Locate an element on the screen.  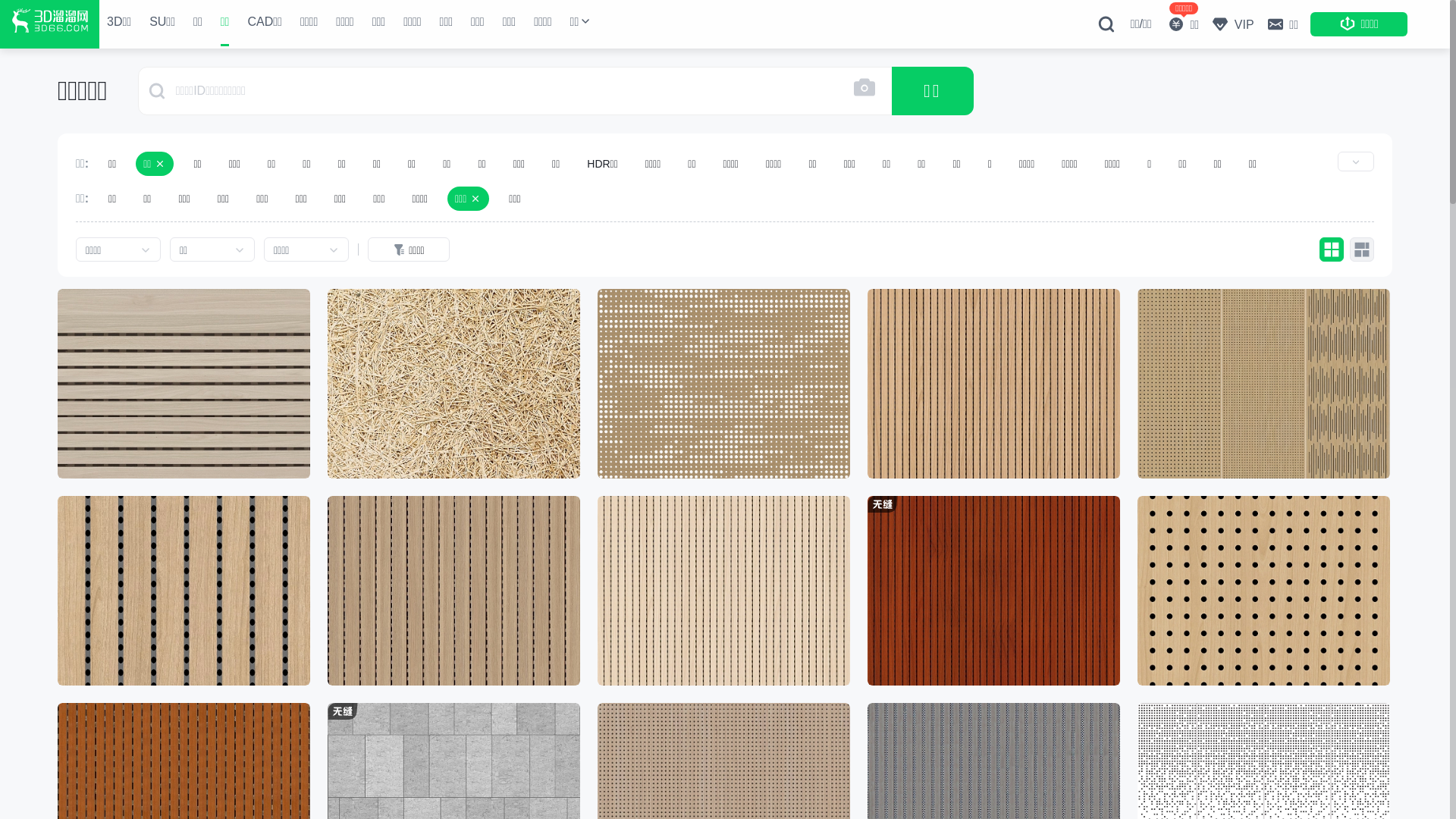
'VIP' is located at coordinates (1210, 24).